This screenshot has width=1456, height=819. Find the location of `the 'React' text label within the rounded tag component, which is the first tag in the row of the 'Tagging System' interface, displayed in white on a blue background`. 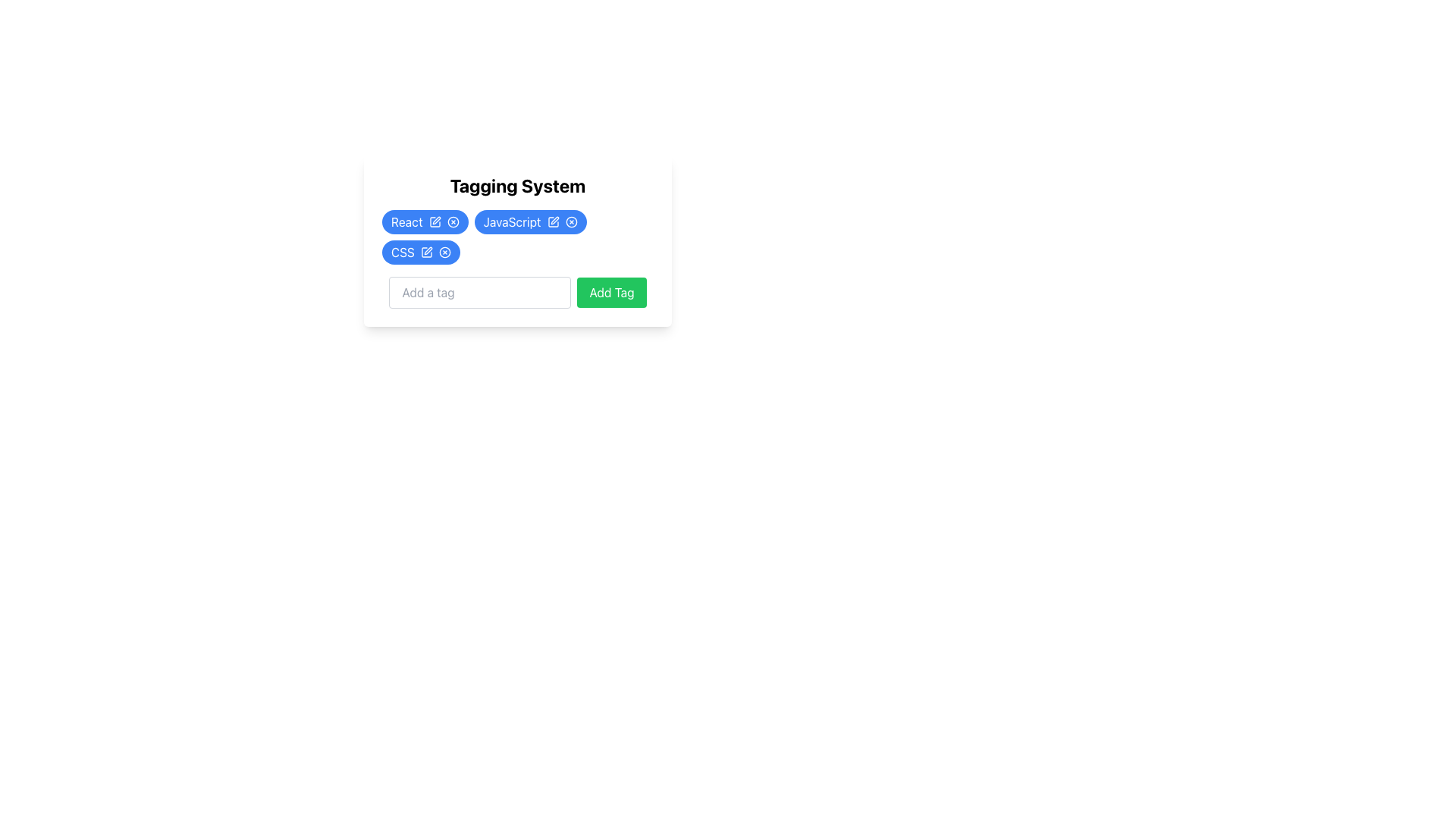

the 'React' text label within the rounded tag component, which is the first tag in the row of the 'Tagging System' interface, displayed in white on a blue background is located at coordinates (406, 222).